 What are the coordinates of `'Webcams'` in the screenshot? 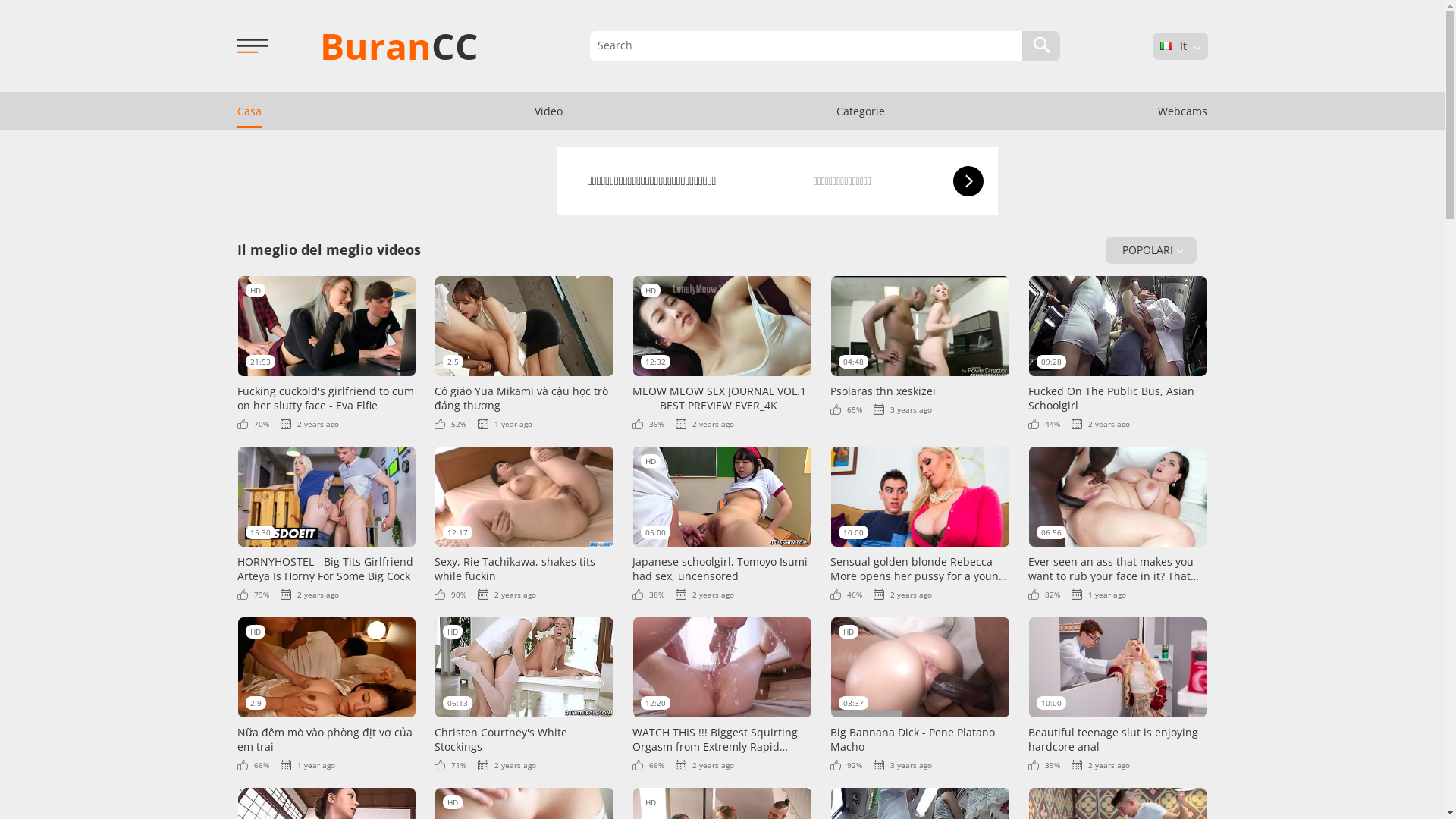 It's located at (1181, 110).